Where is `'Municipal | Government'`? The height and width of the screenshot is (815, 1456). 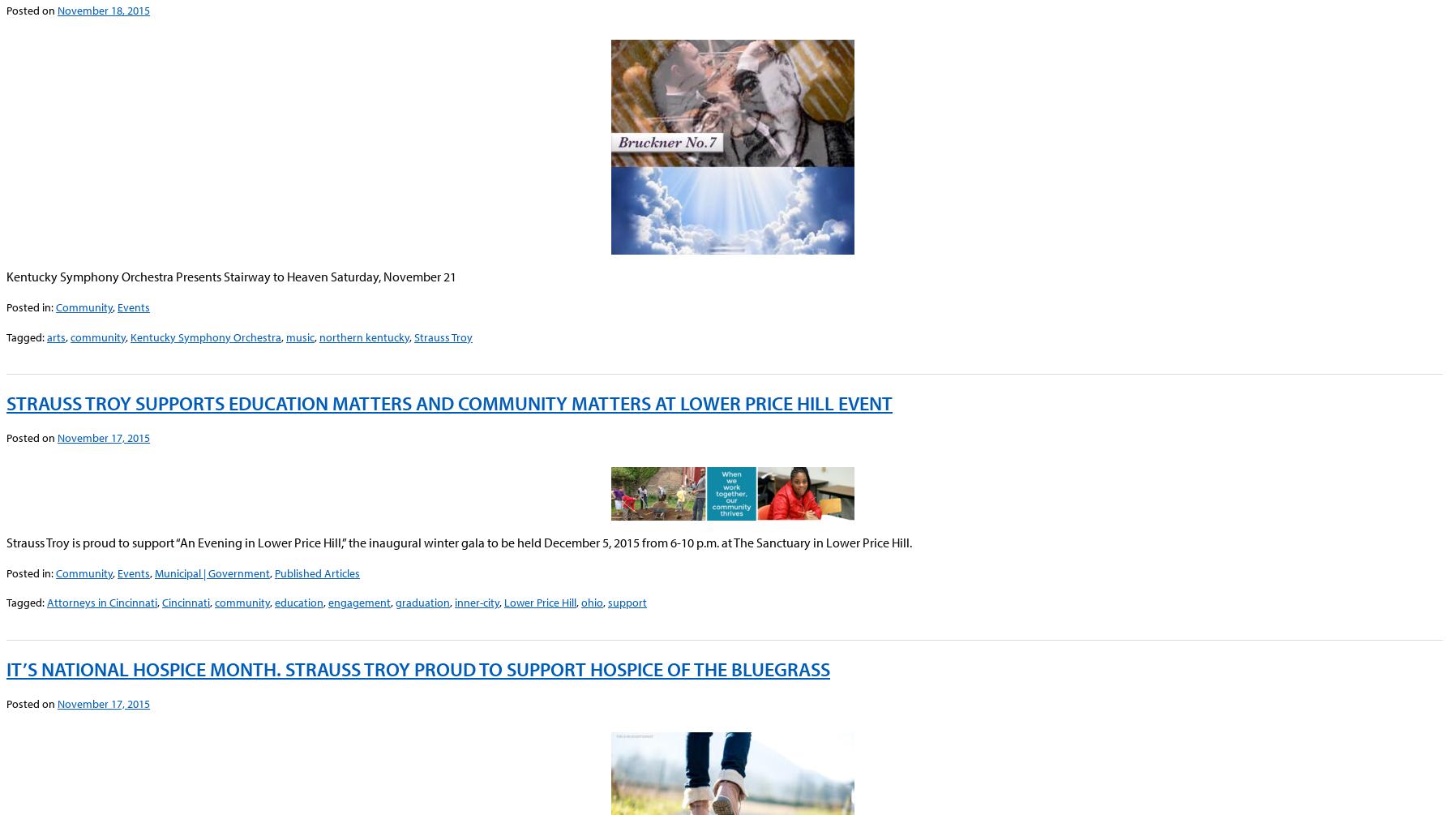 'Municipal | Government' is located at coordinates (212, 573).